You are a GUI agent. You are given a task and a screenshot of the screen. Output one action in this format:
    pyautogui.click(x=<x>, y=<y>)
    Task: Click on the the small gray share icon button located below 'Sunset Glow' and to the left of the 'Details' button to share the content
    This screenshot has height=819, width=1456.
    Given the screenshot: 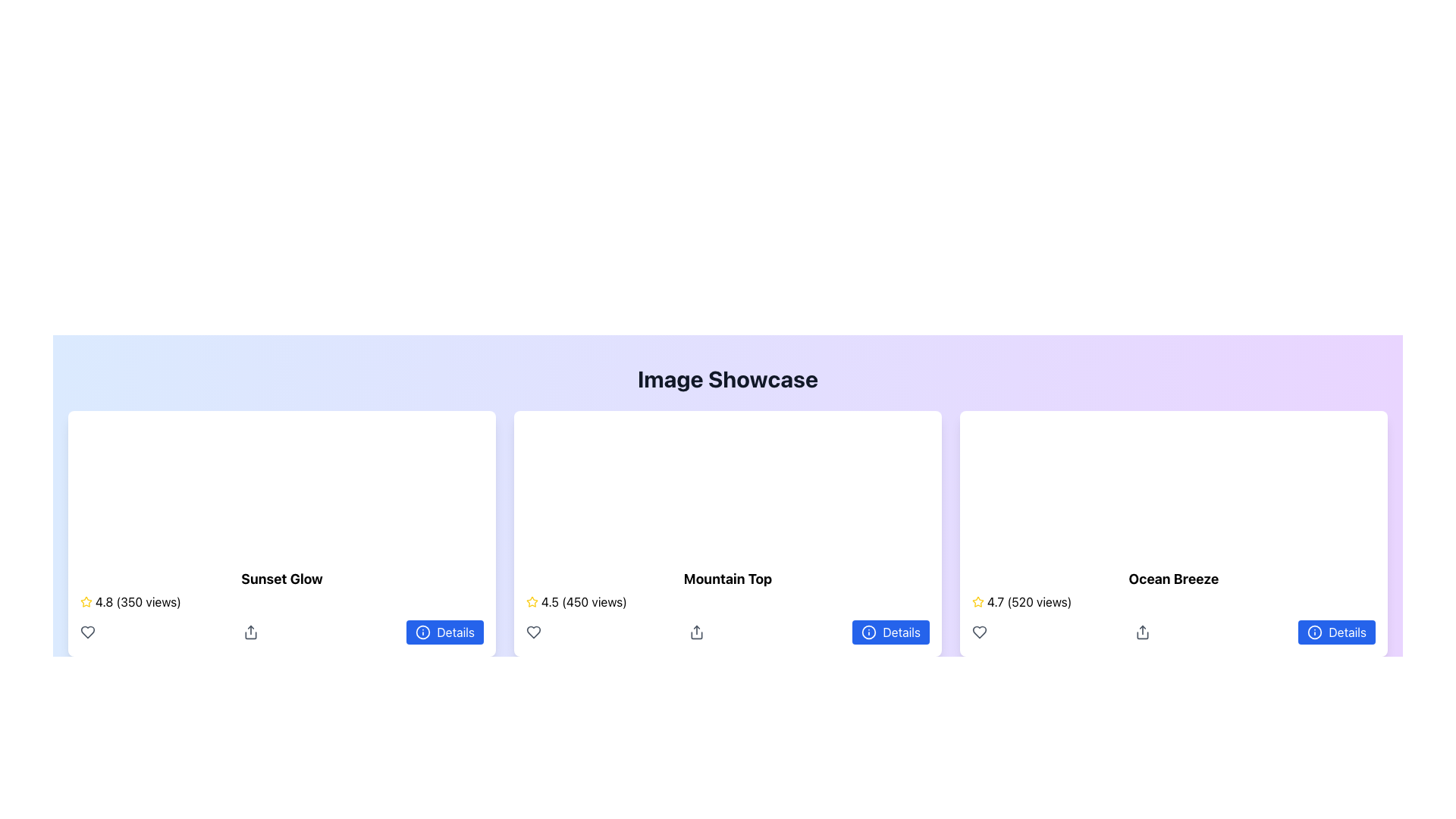 What is the action you would take?
    pyautogui.click(x=251, y=632)
    